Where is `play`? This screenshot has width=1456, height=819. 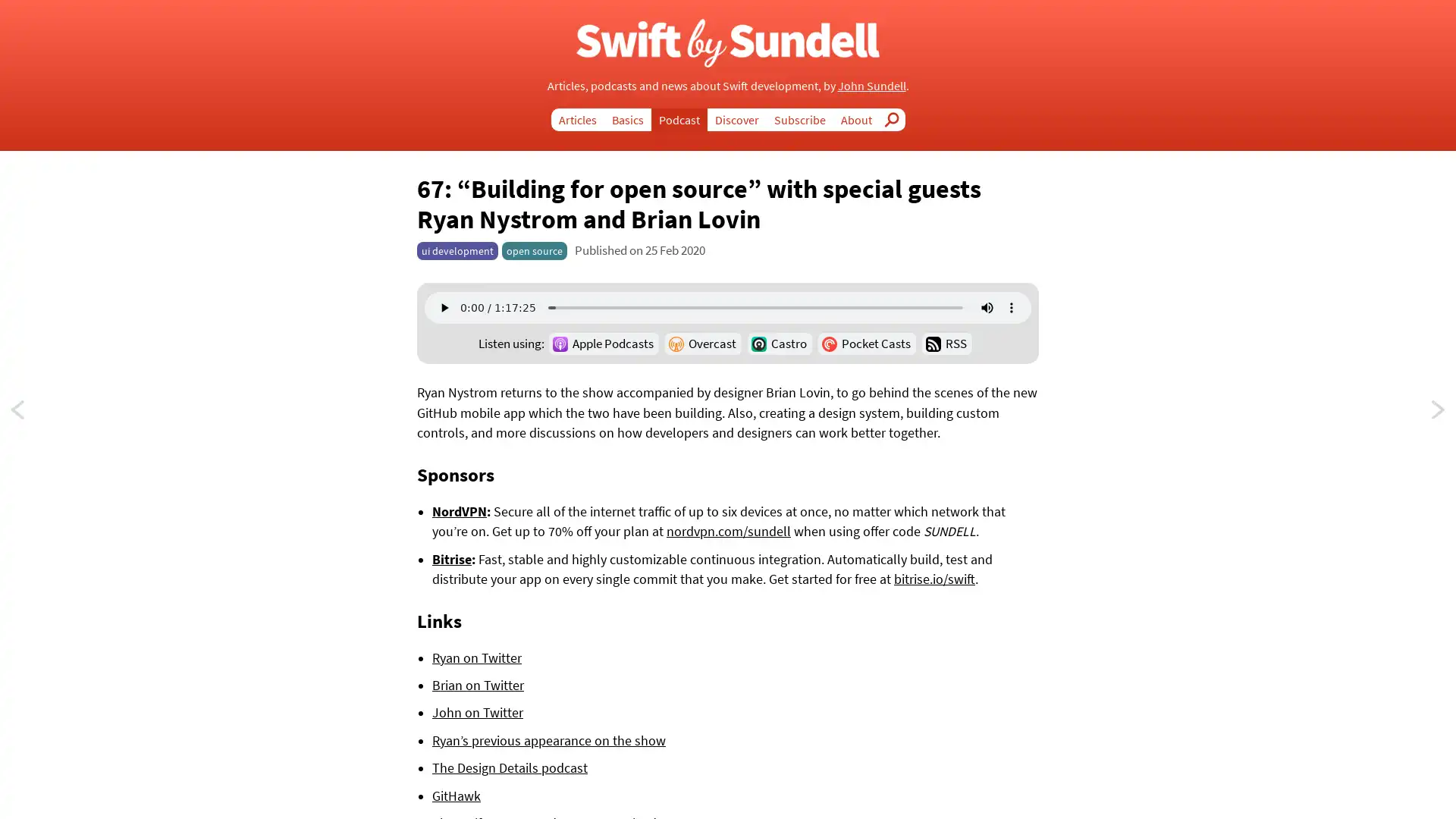
play is located at coordinates (443, 307).